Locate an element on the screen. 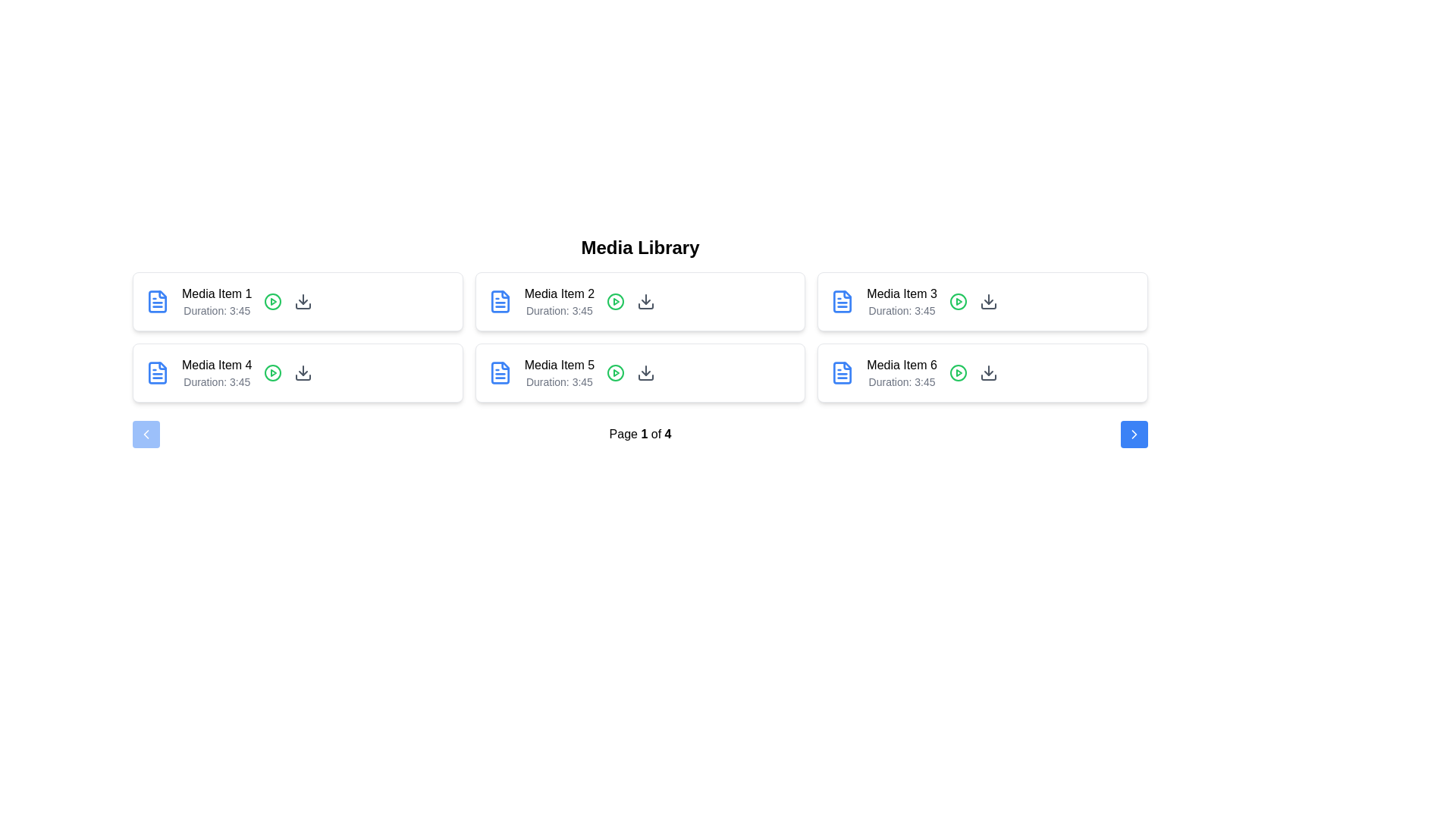  the Download Icon button located at the far right of the row labeled 'Media Item 5' is located at coordinates (646, 373).